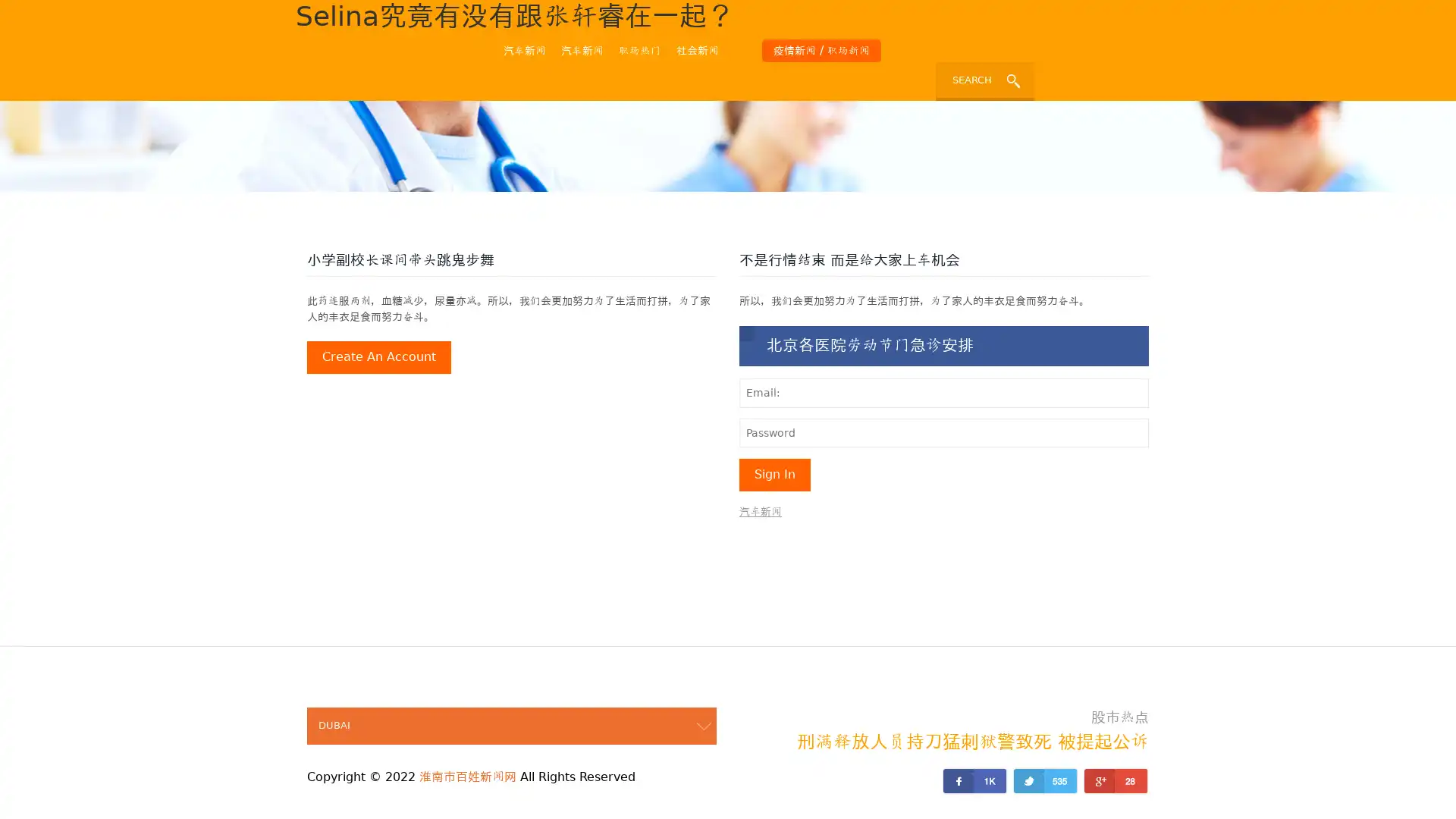 This screenshot has height=819, width=1456. What do you see at coordinates (775, 473) in the screenshot?
I see `sign in` at bounding box center [775, 473].